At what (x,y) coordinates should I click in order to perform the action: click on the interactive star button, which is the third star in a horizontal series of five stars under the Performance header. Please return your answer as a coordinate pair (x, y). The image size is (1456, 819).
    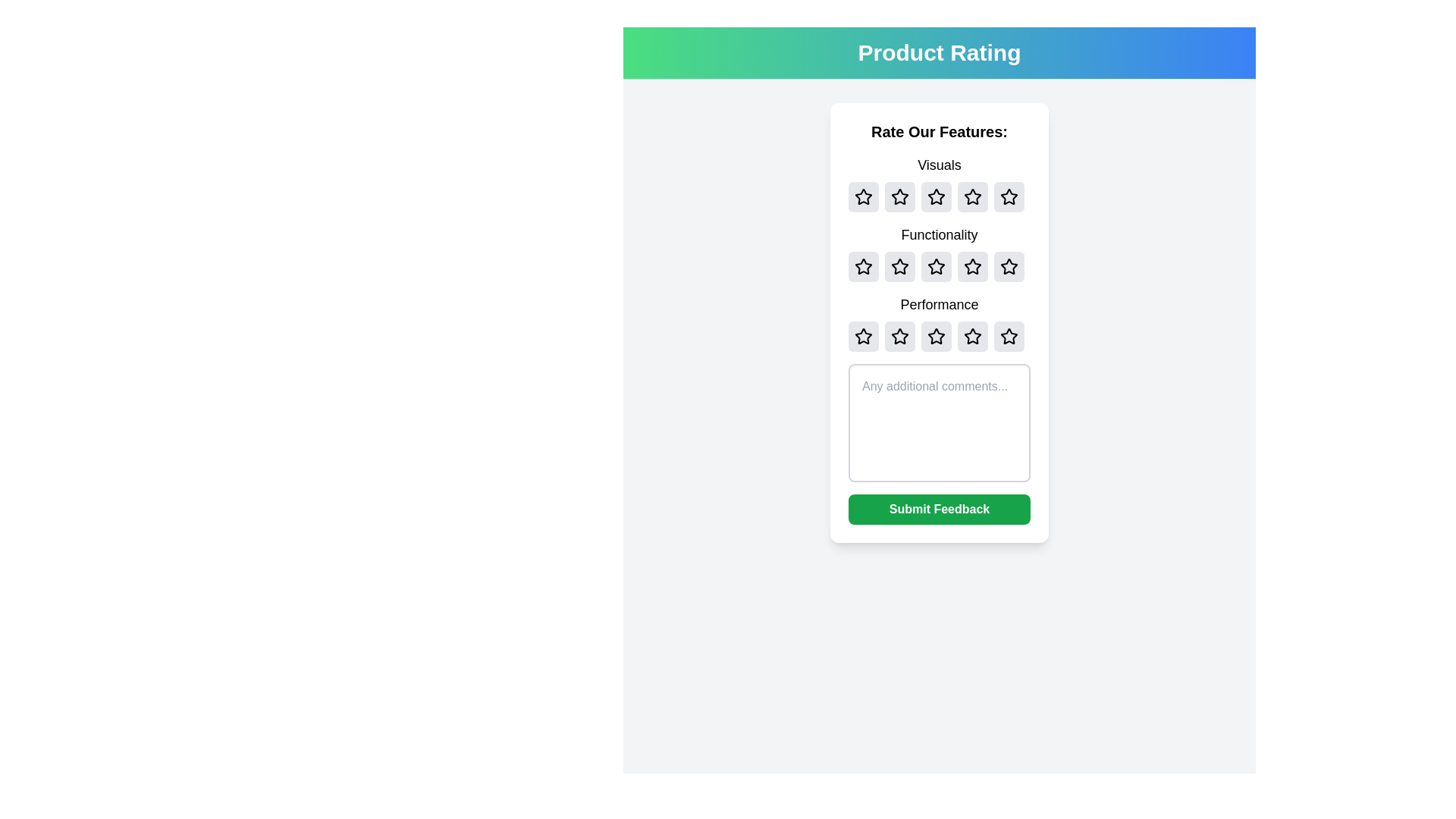
    Looking at the image, I should click on (935, 335).